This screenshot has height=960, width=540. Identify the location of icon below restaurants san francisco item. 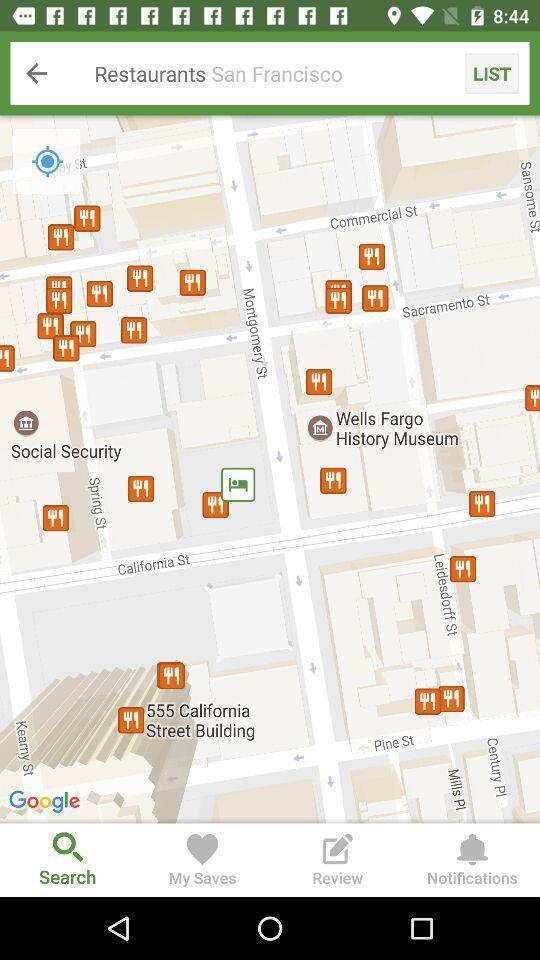
(47, 160).